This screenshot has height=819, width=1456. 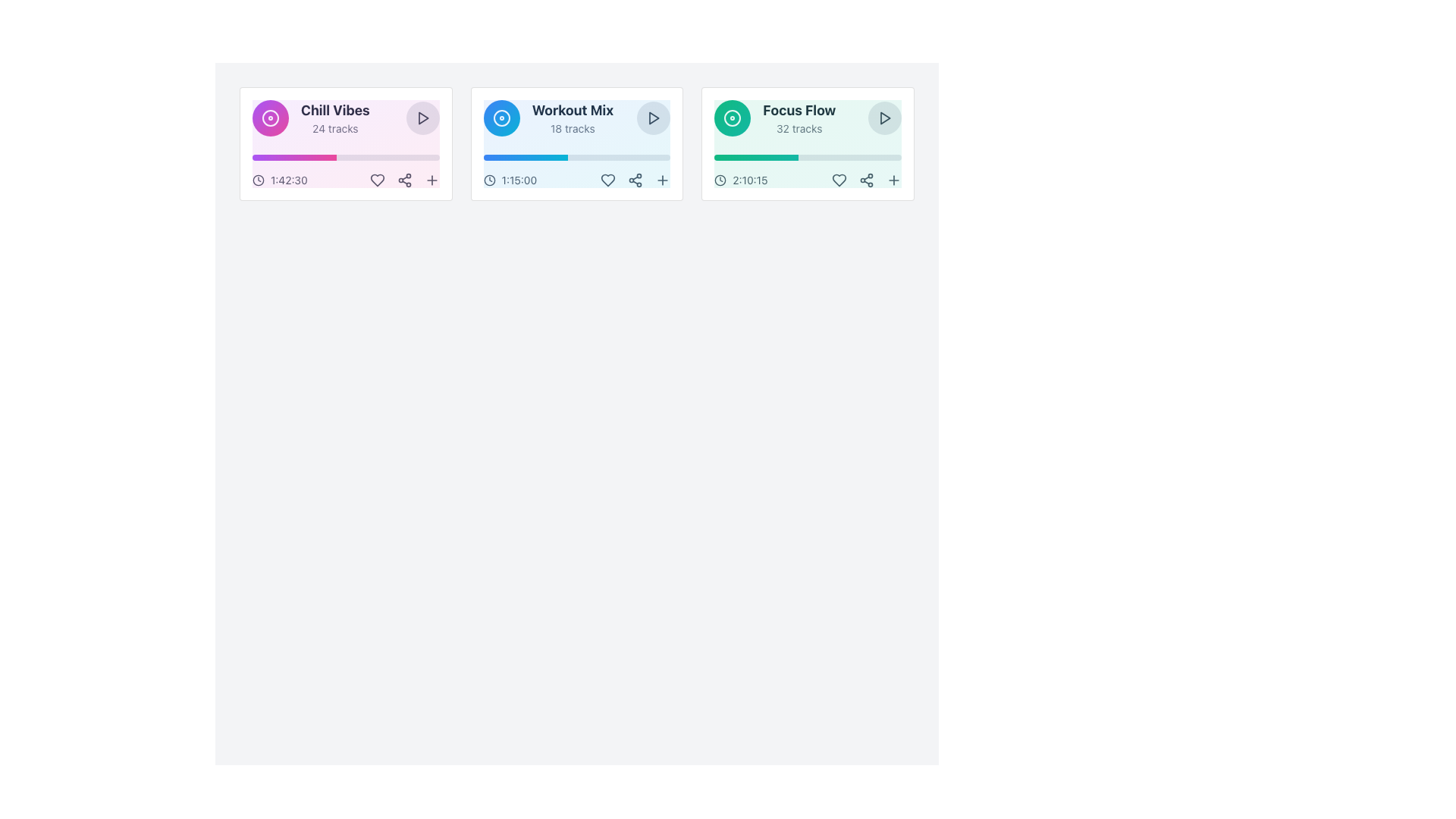 What do you see at coordinates (572, 117) in the screenshot?
I see `the text label that provides the name and track count of the playlist` at bounding box center [572, 117].